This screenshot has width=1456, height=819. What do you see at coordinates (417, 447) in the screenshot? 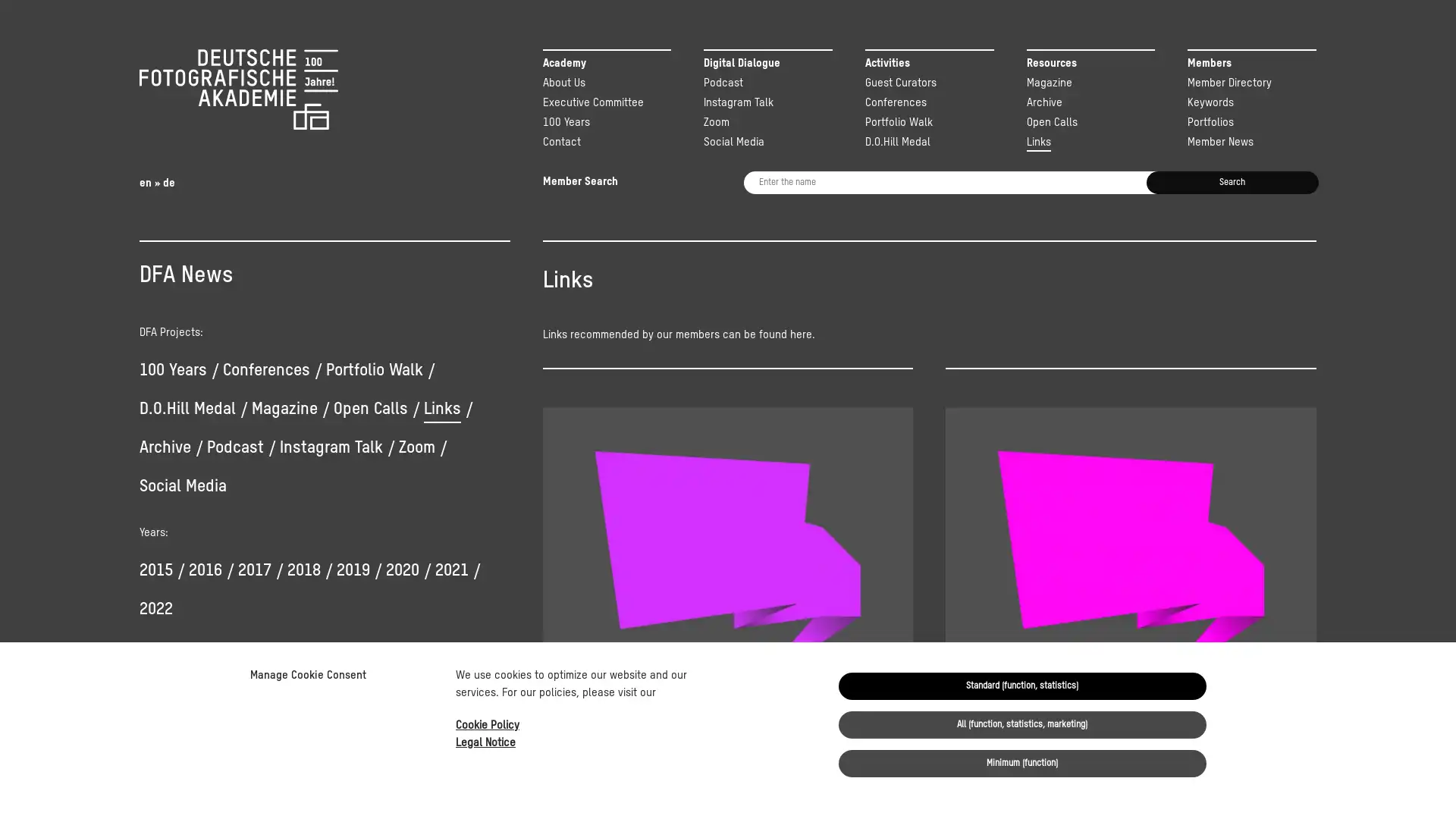
I see `Zoom` at bounding box center [417, 447].